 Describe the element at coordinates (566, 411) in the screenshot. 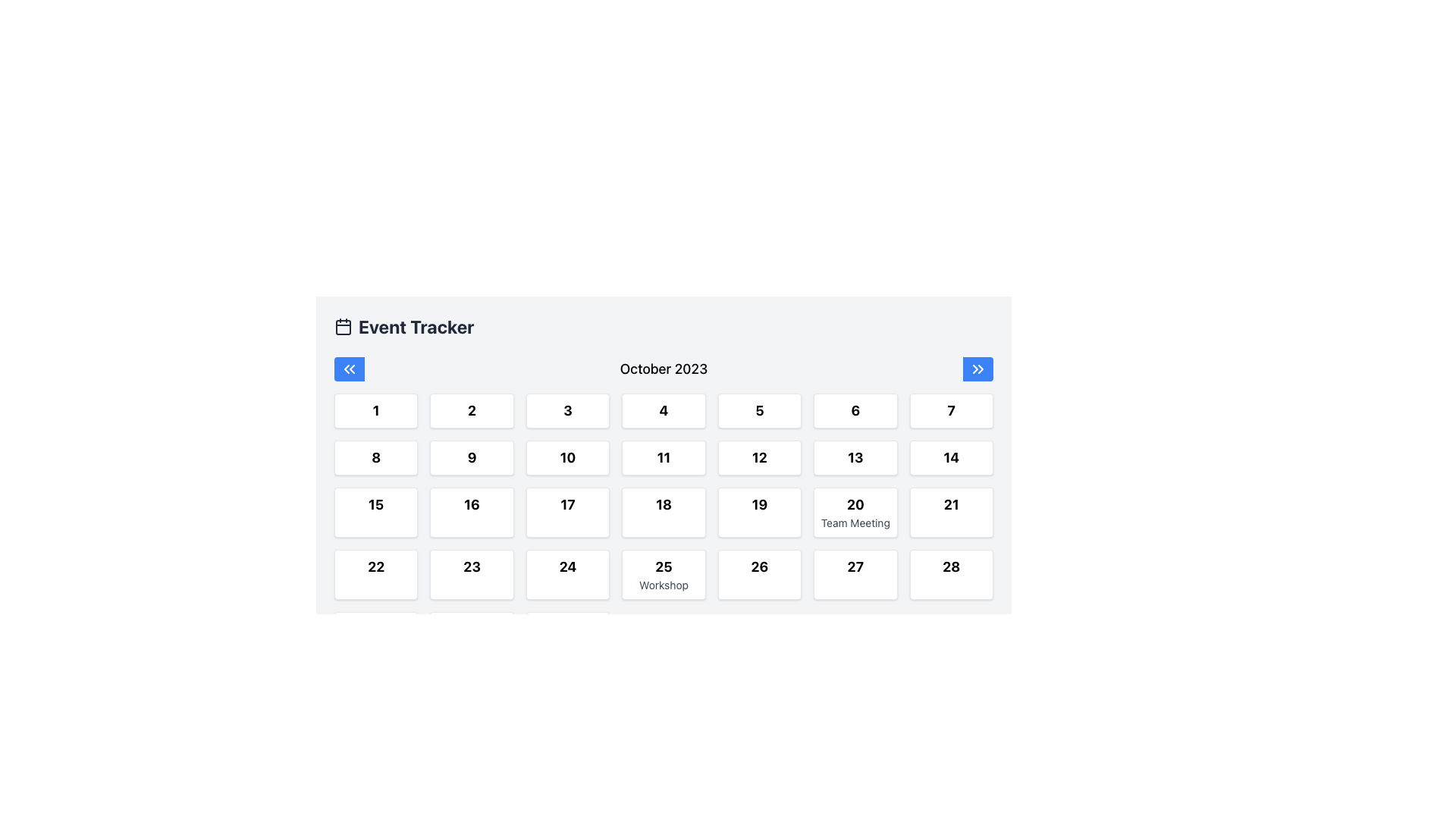

I see `the text label indicating the day number in the calendar, located in the center of the third cell of the first row in a grid layout` at that location.